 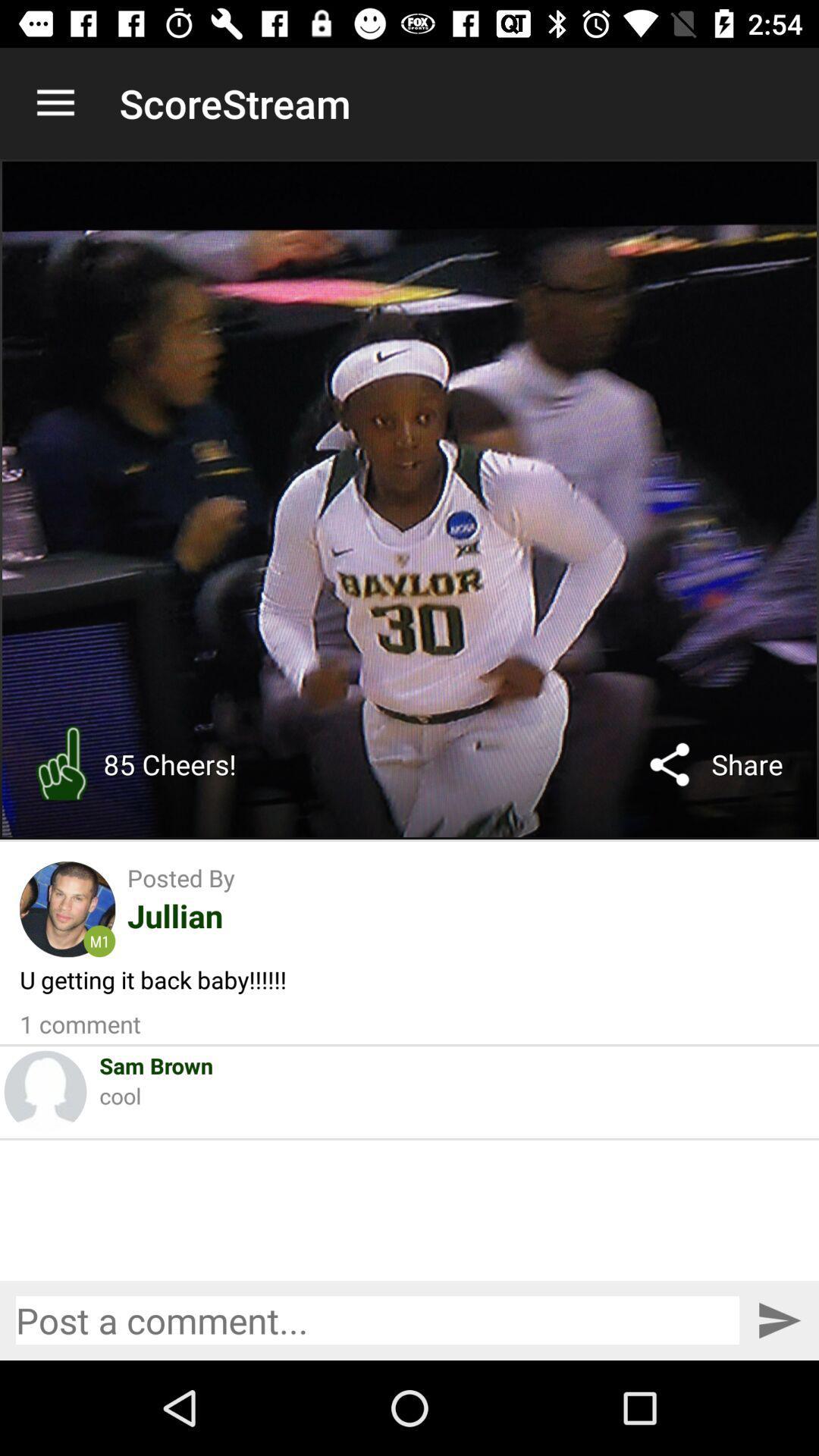 I want to click on the item next to scorestream, so click(x=55, y=102).